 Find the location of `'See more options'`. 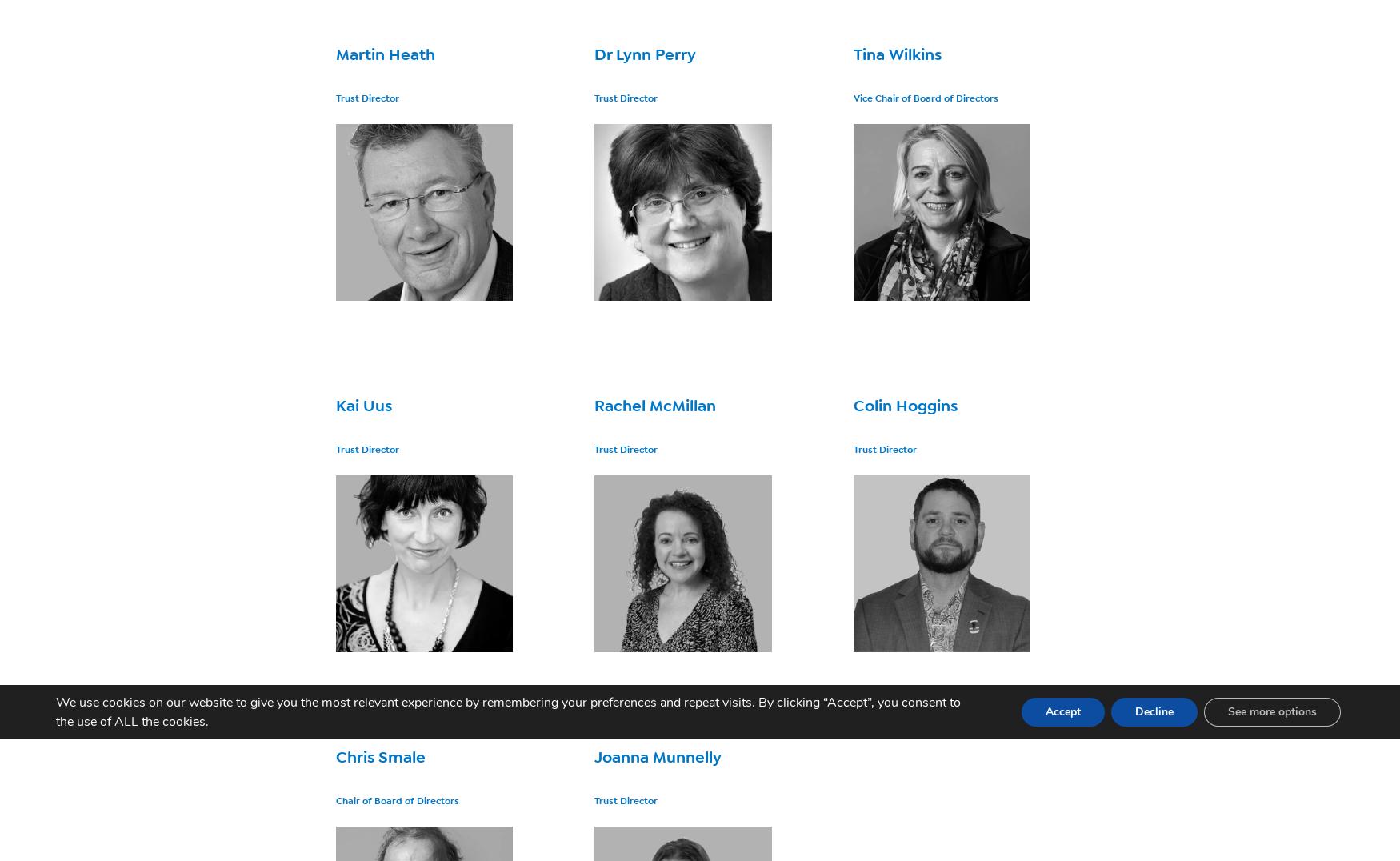

'See more options' is located at coordinates (1272, 711).